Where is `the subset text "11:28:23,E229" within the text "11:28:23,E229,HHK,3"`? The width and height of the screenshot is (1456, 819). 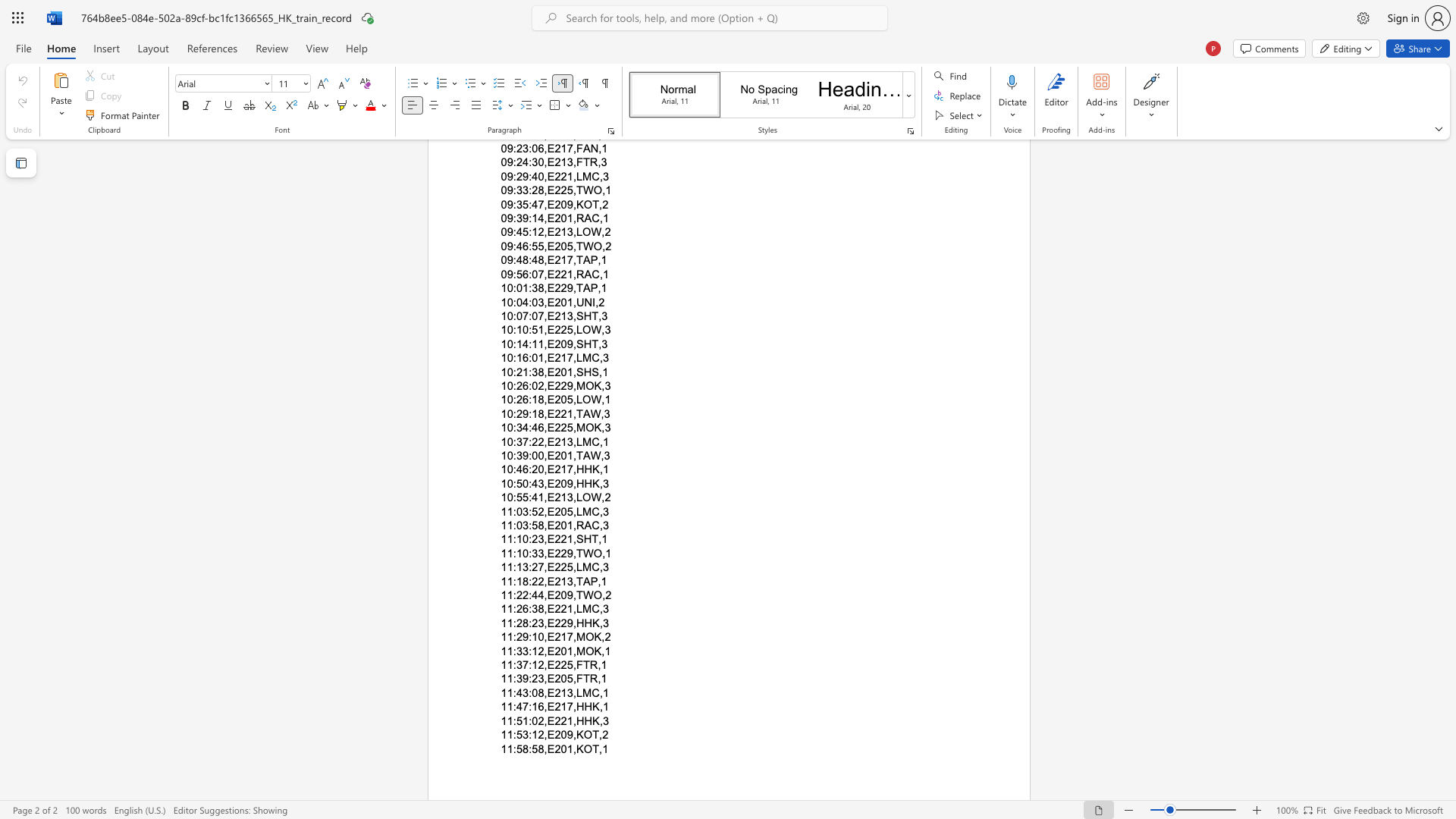
the subset text "11:28:23,E229" within the text "11:28:23,E229,HHK,3" is located at coordinates (500, 623).